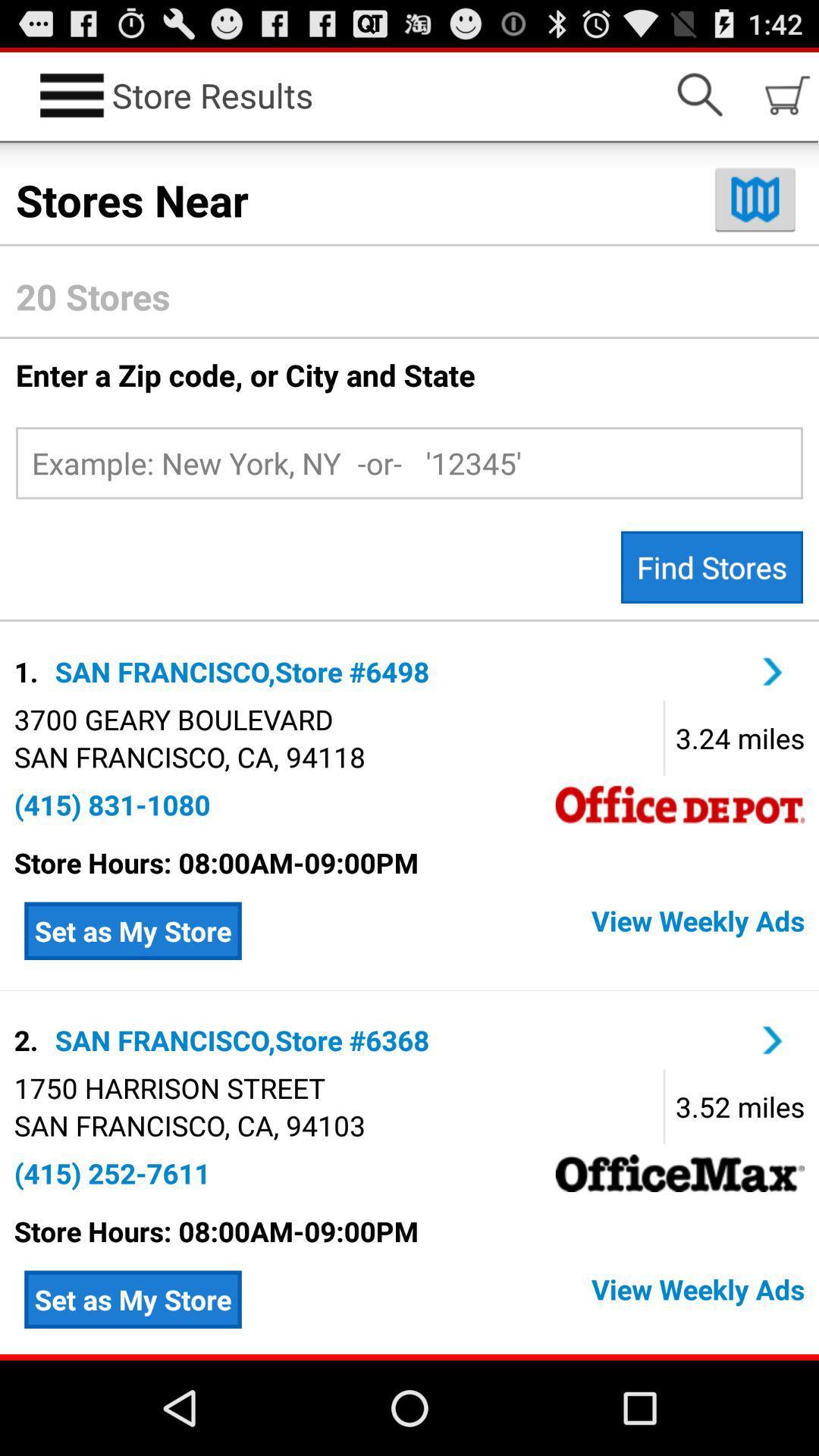  I want to click on the (415) 252-7611 app, so click(111, 1172).